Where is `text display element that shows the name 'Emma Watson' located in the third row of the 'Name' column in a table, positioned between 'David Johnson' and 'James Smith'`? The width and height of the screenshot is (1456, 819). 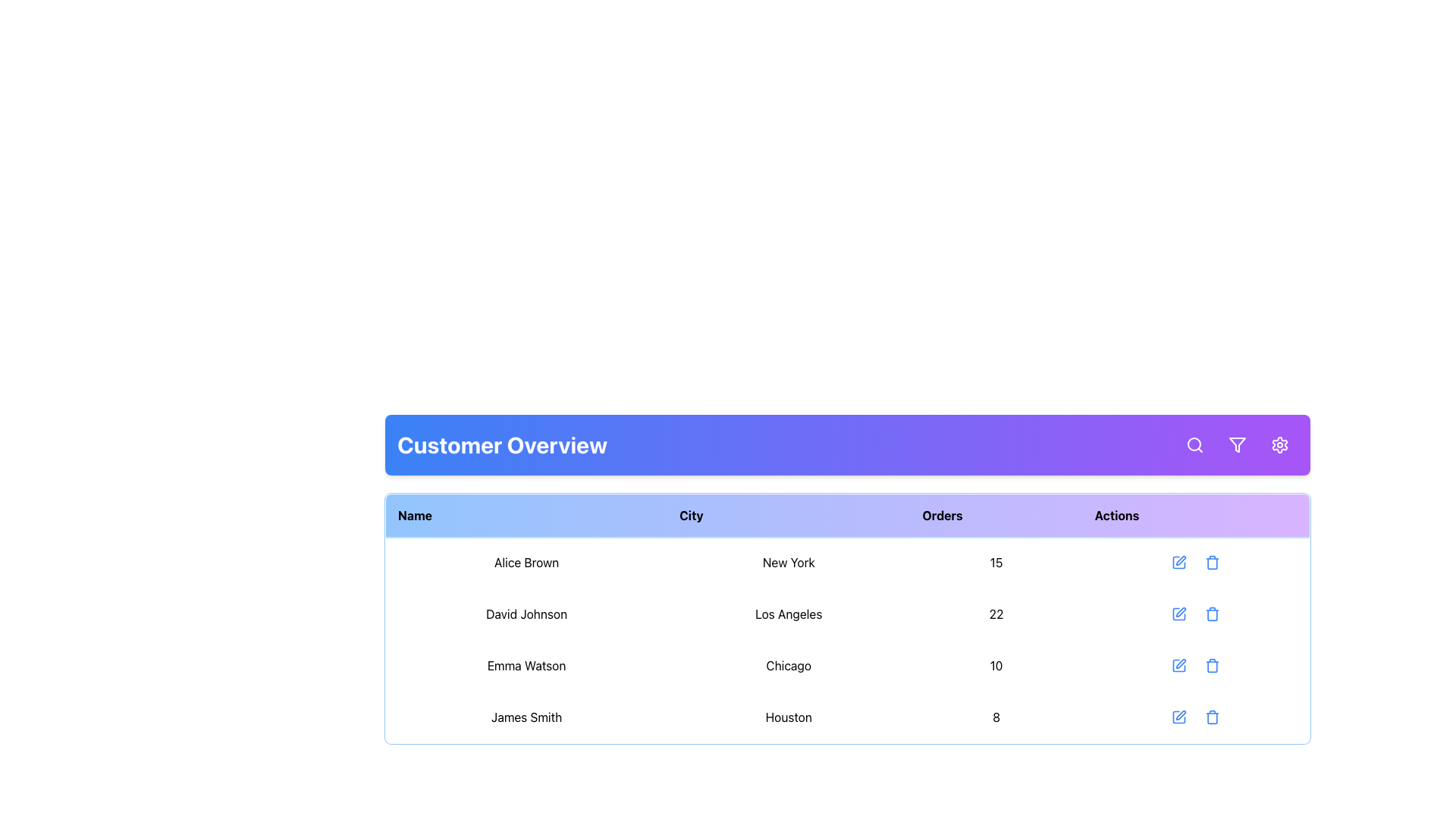
text display element that shows the name 'Emma Watson' located in the third row of the 'Name' column in a table, positioned between 'David Johnson' and 'James Smith' is located at coordinates (526, 665).